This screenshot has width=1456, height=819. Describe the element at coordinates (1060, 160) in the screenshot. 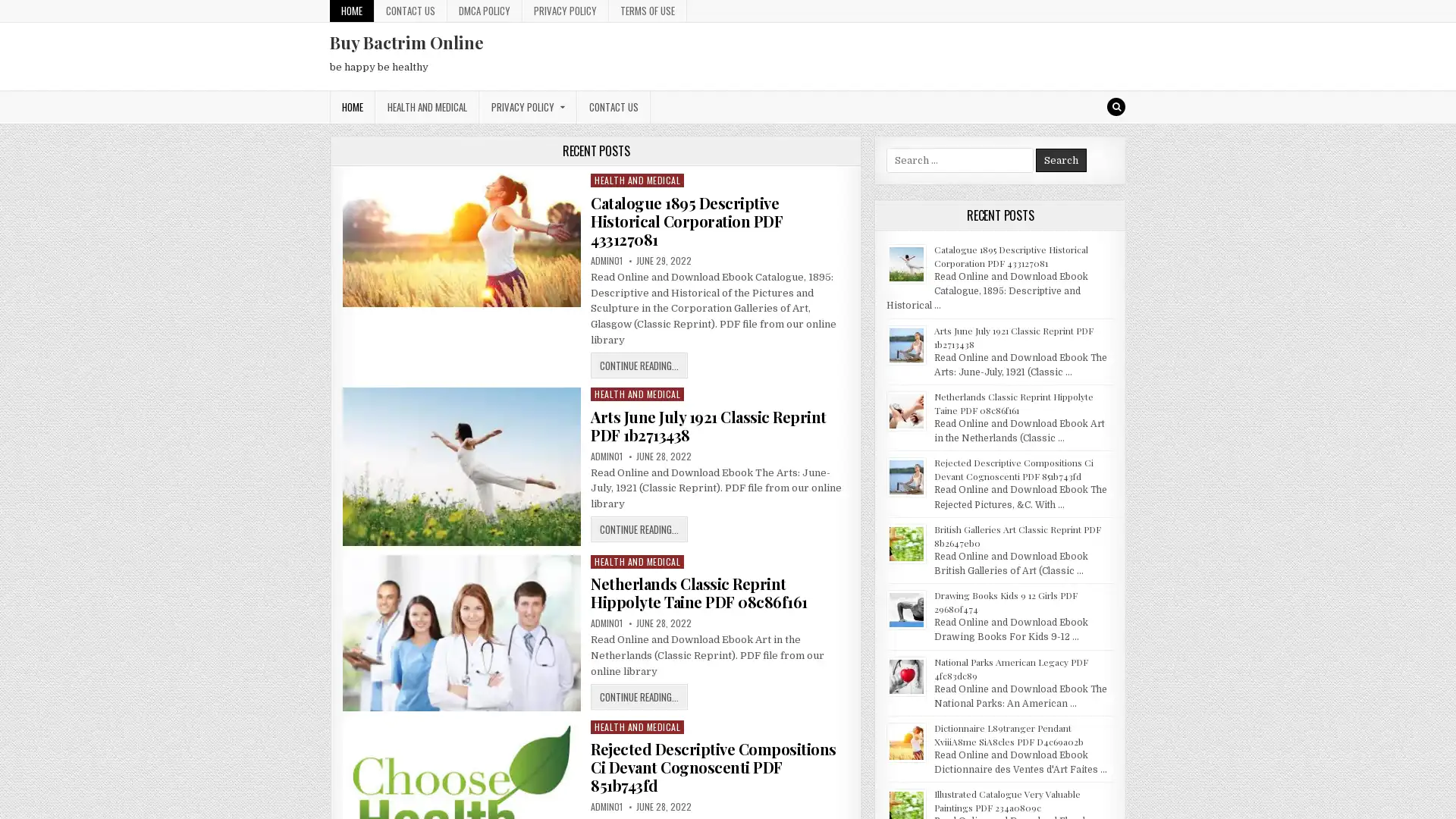

I see `Search` at that location.